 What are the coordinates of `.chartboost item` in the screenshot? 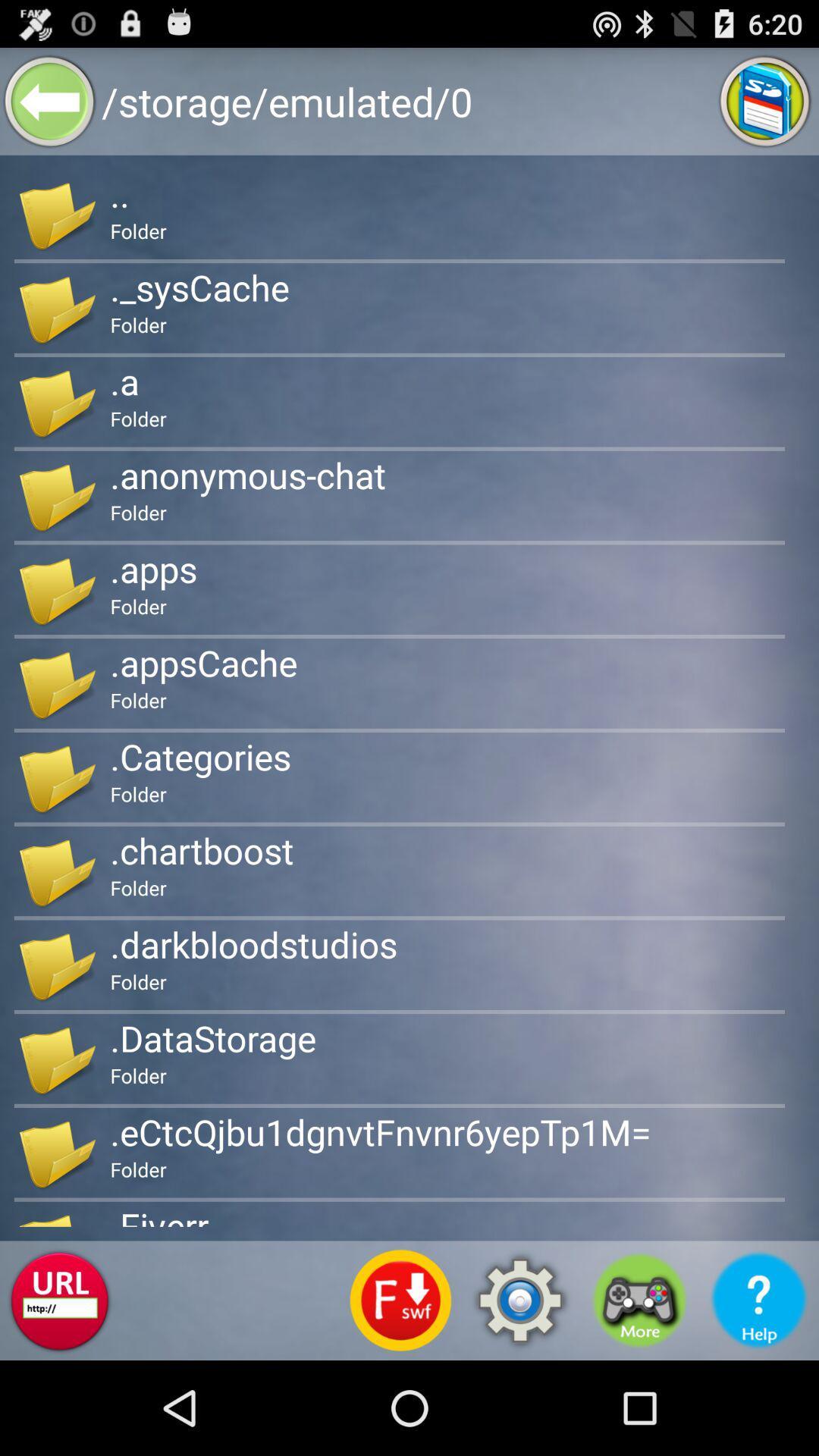 It's located at (201, 850).